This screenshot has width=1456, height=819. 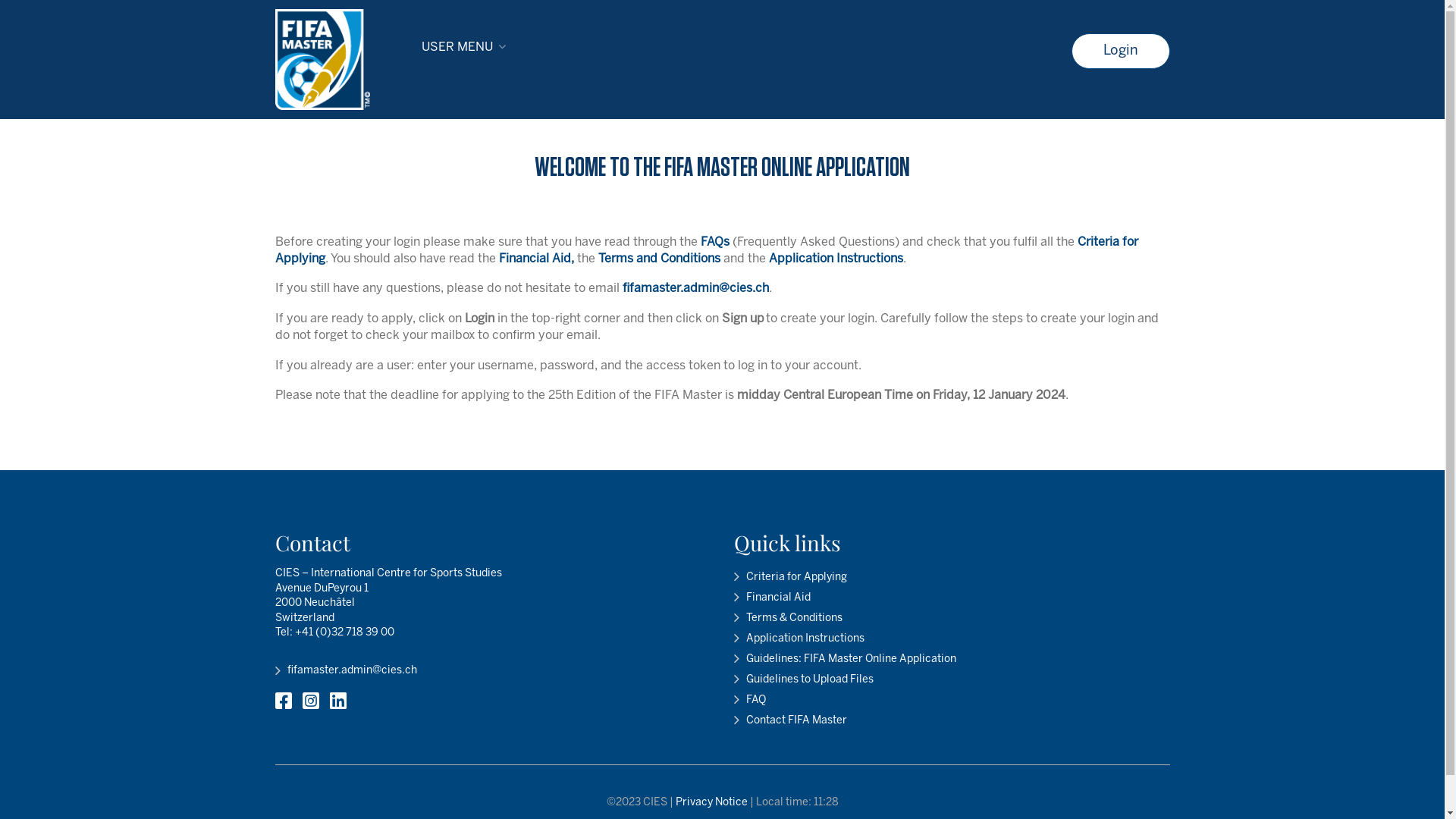 I want to click on 'Criteria for Applying', so click(x=274, y=249).